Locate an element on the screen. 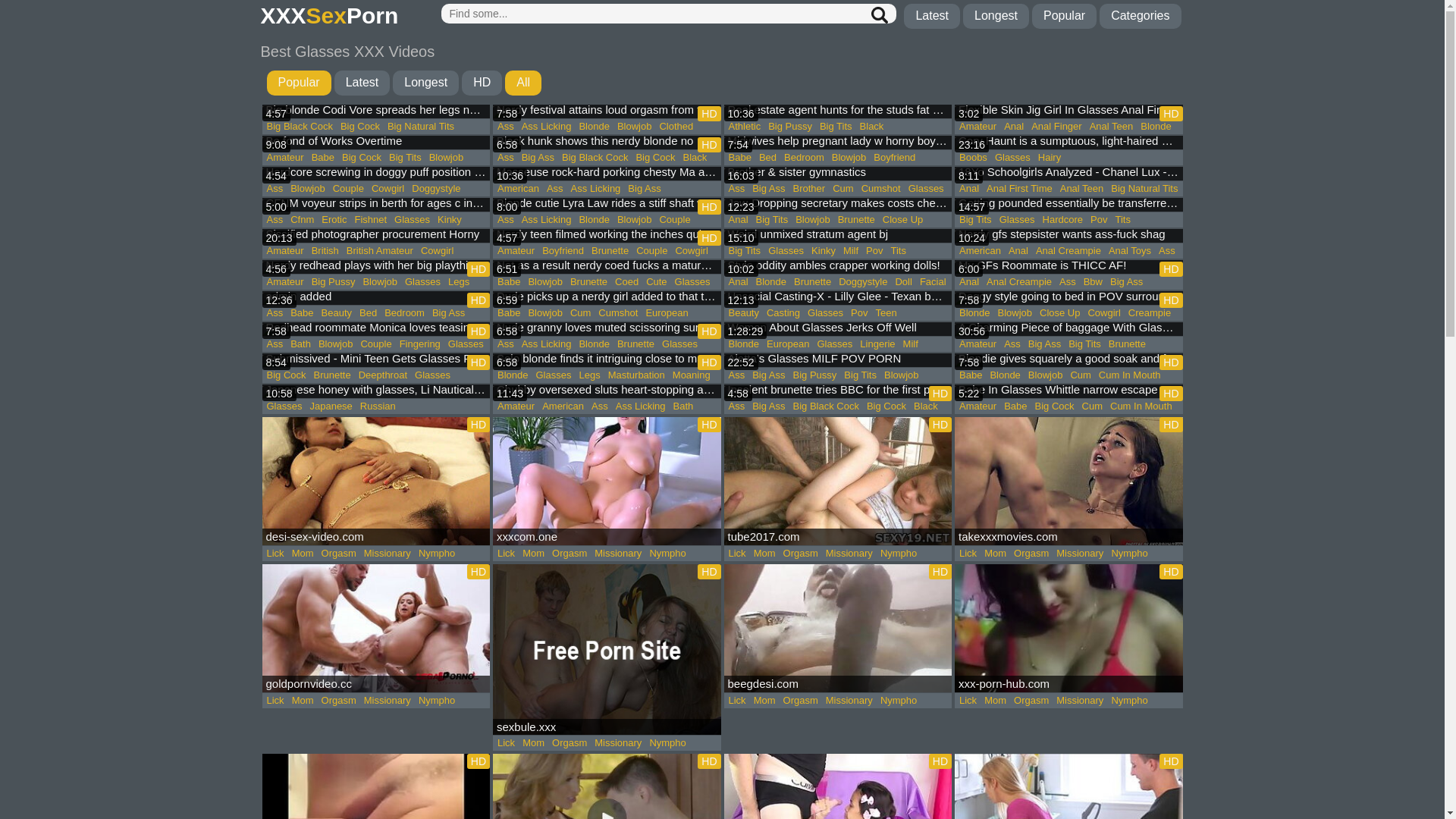 The width and height of the screenshot is (1456, 819). 'European' is located at coordinates (666, 312).